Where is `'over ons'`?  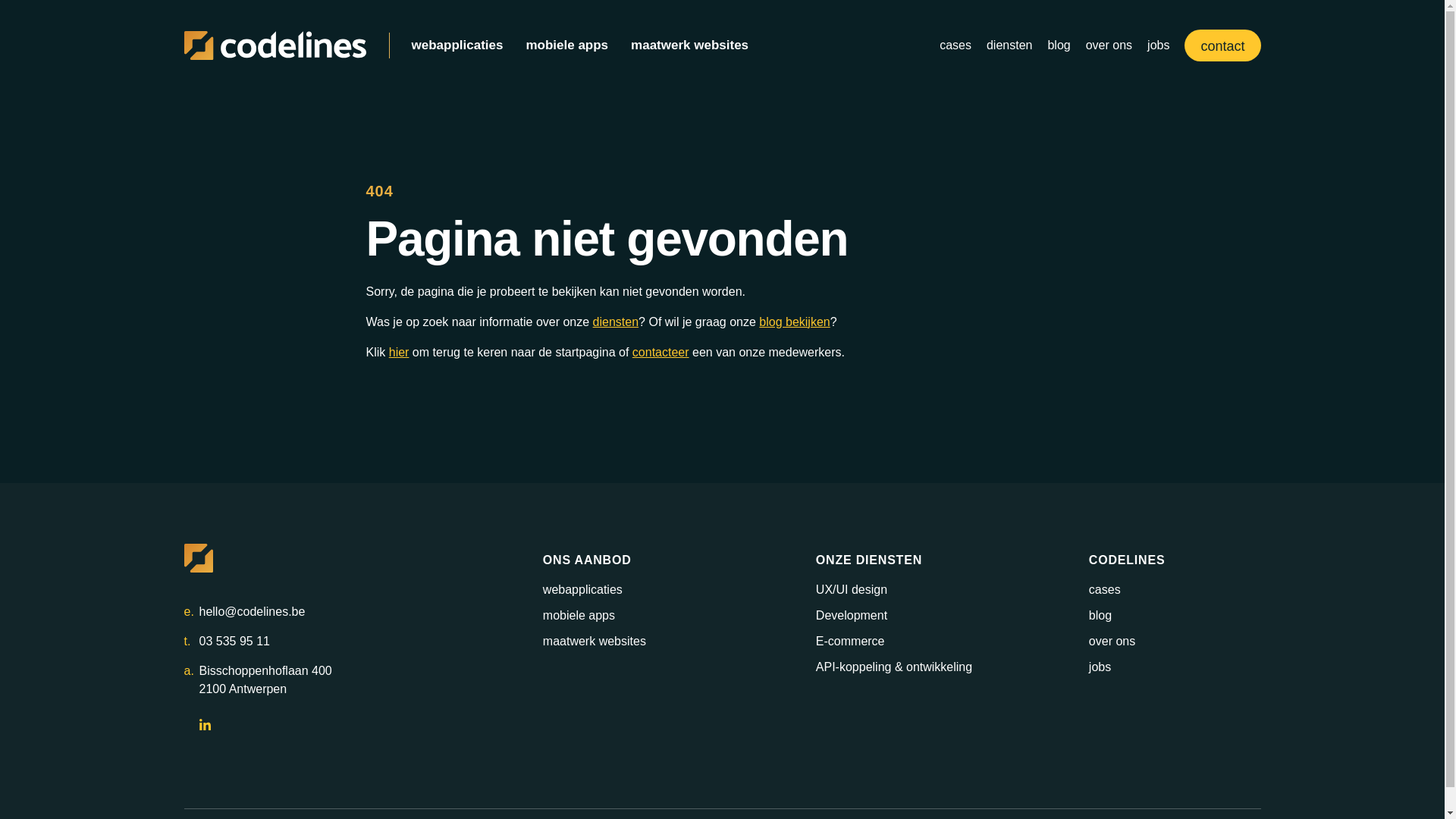 'over ons' is located at coordinates (1112, 641).